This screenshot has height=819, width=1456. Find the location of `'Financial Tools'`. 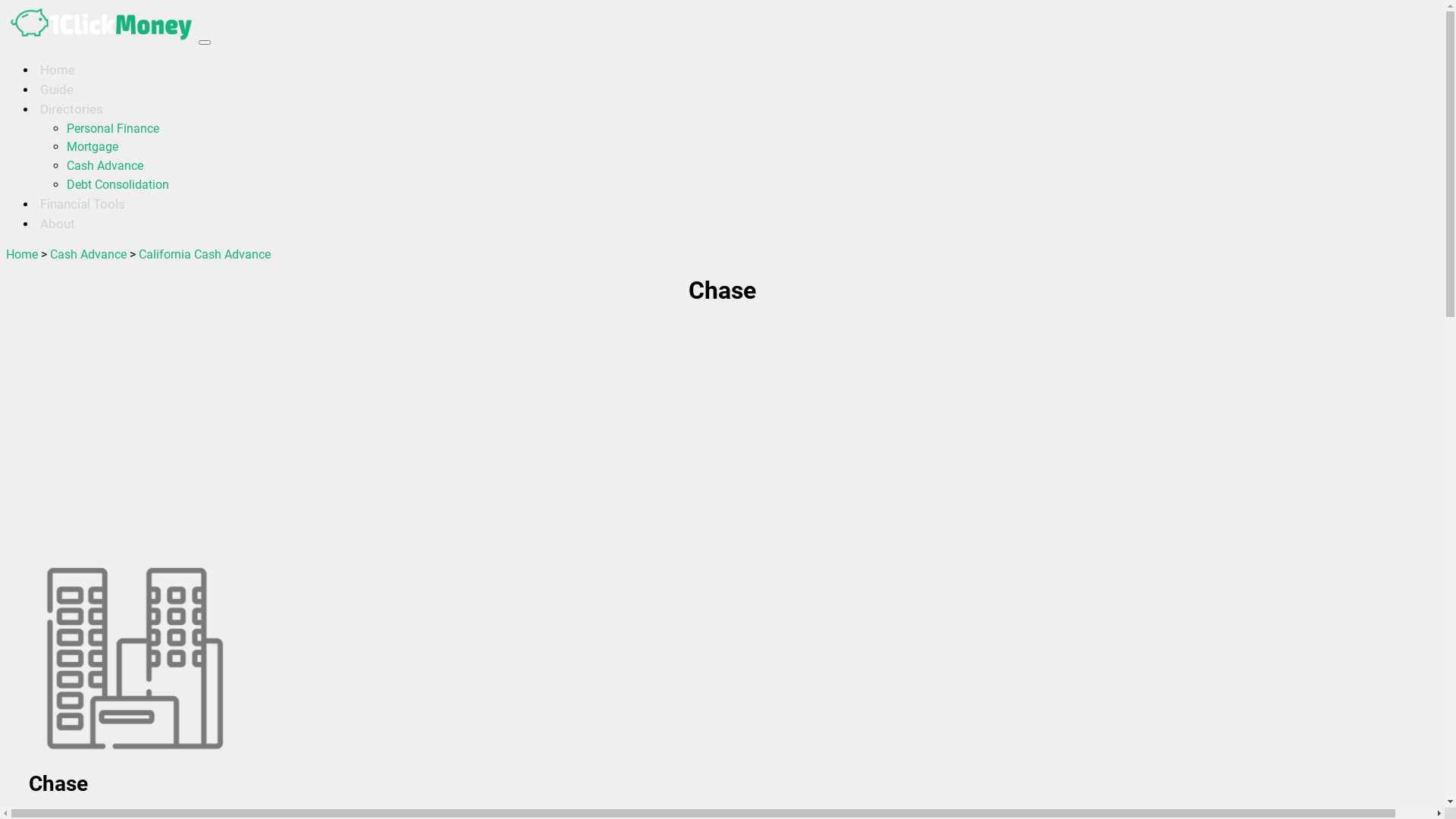

'Financial Tools' is located at coordinates (82, 203).